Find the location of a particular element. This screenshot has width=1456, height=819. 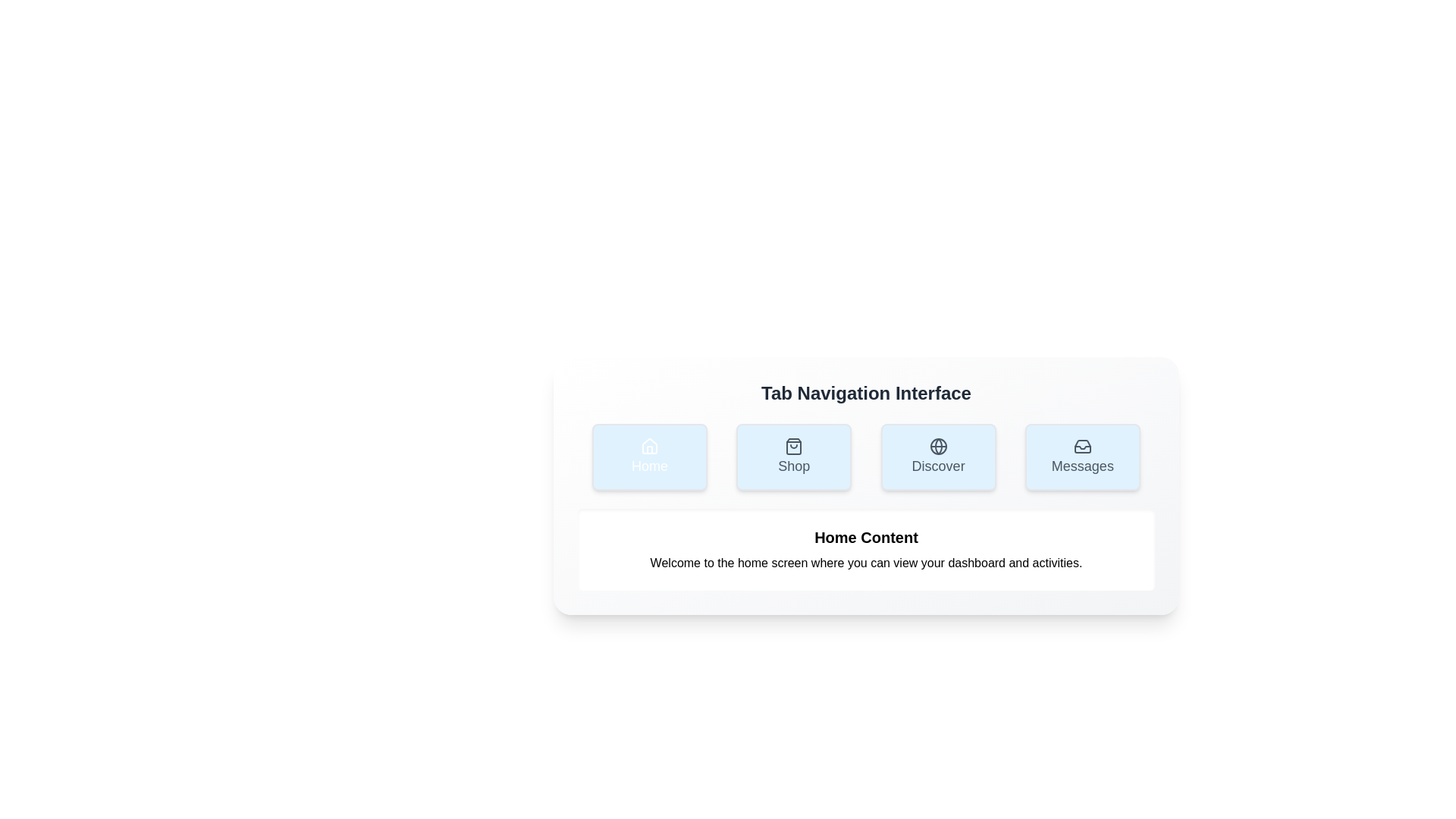

the 'Discover' icon located in the horizontal navigation bar is located at coordinates (937, 446).